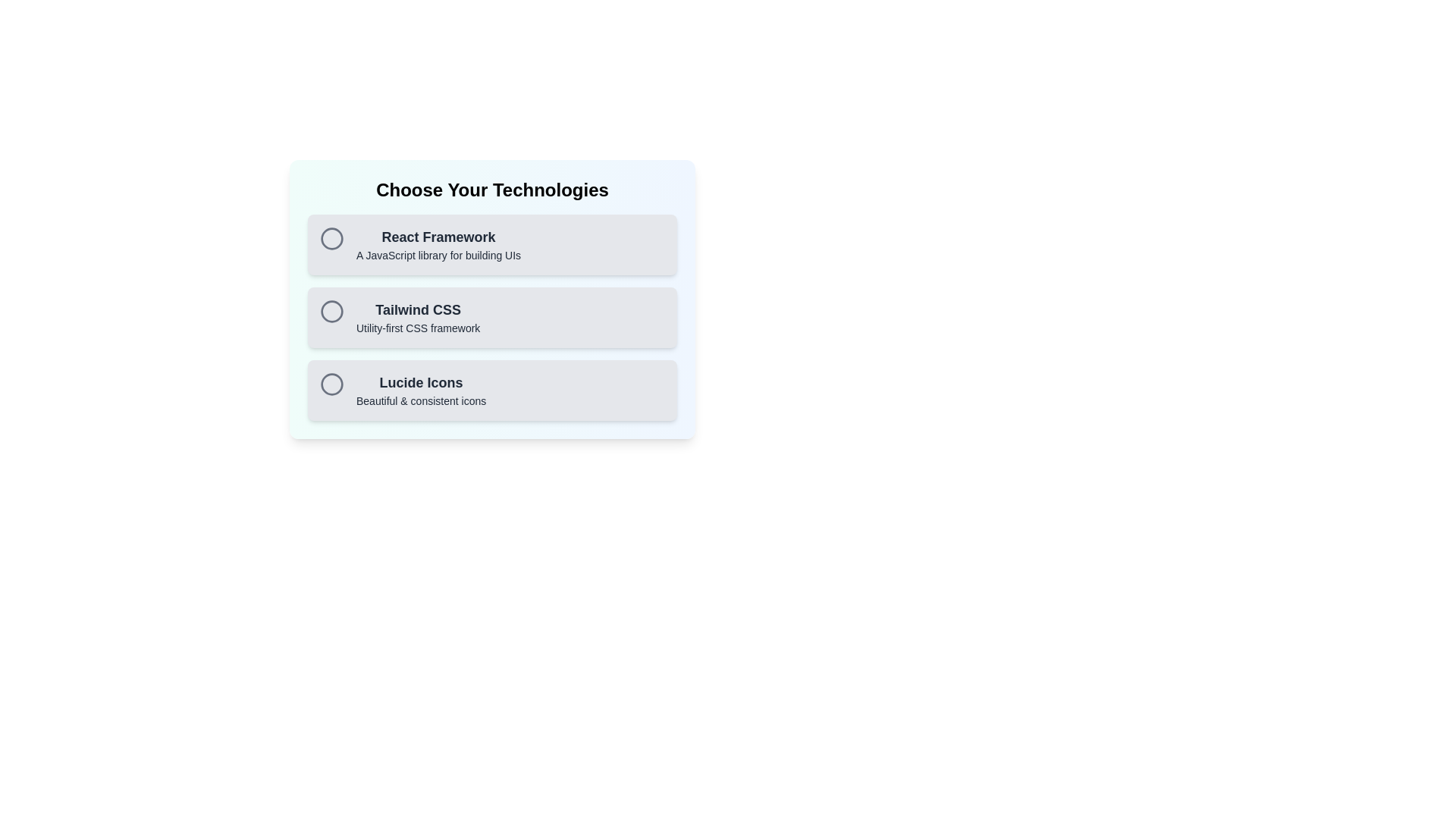 The width and height of the screenshot is (1456, 819). I want to click on the chip labeled Lucide Icons to observe visual feedback, so click(492, 390).